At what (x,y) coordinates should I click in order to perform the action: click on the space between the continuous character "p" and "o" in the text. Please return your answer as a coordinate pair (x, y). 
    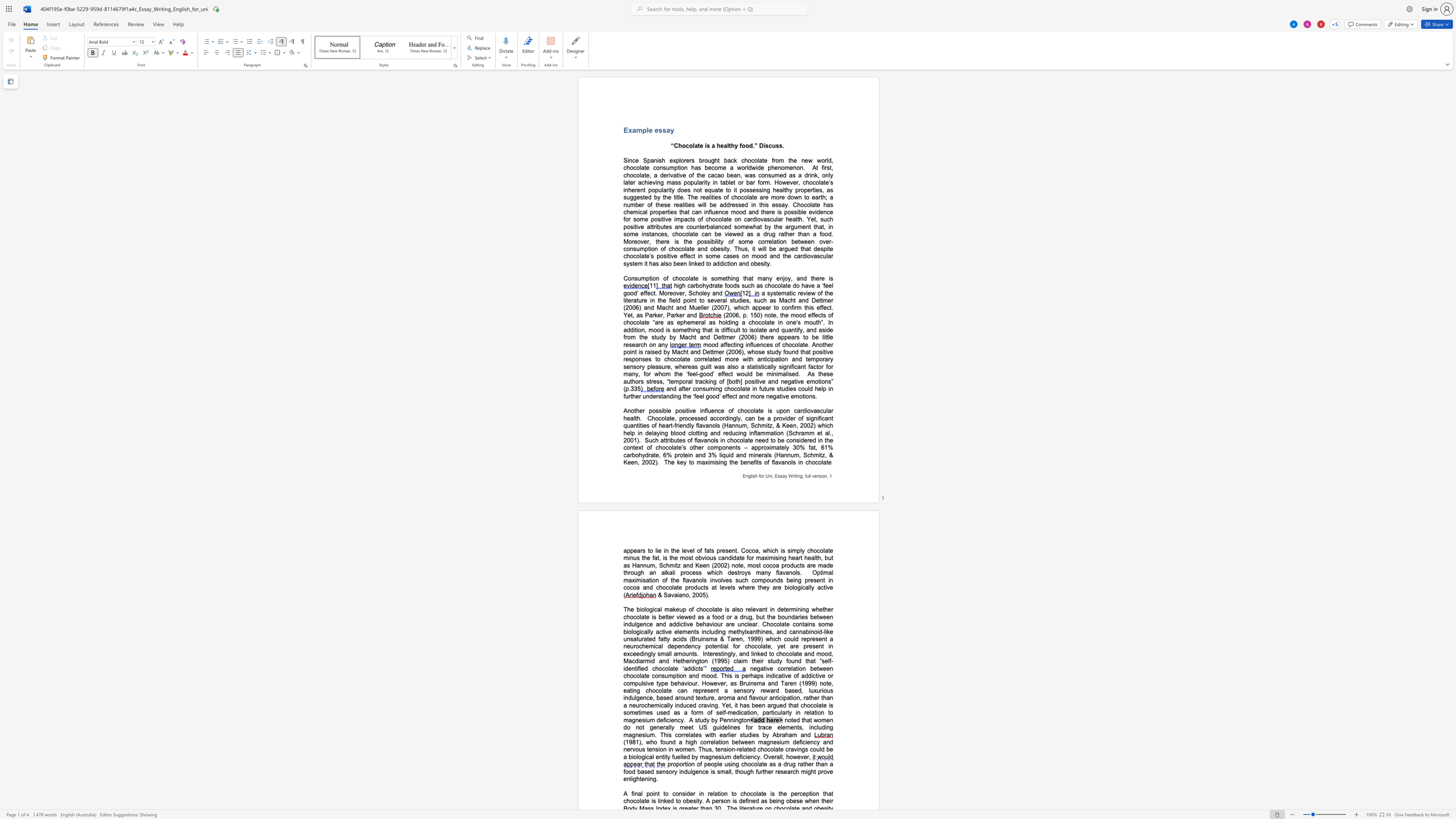
    Looking at the image, I should click on (649, 793).